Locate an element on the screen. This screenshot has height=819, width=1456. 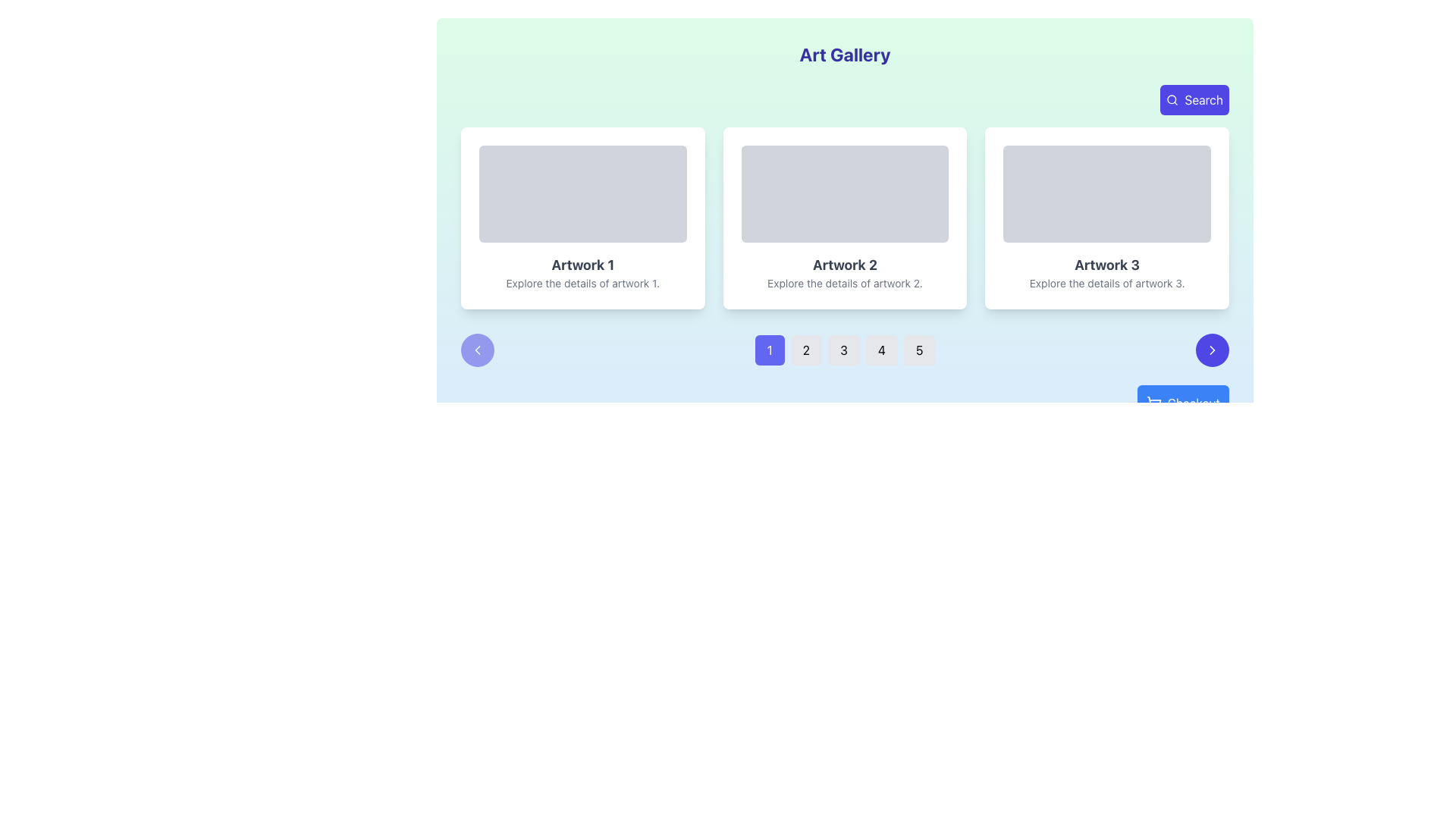
the circular indigo button with a rightward-pointing chevron icon is located at coordinates (1211, 350).